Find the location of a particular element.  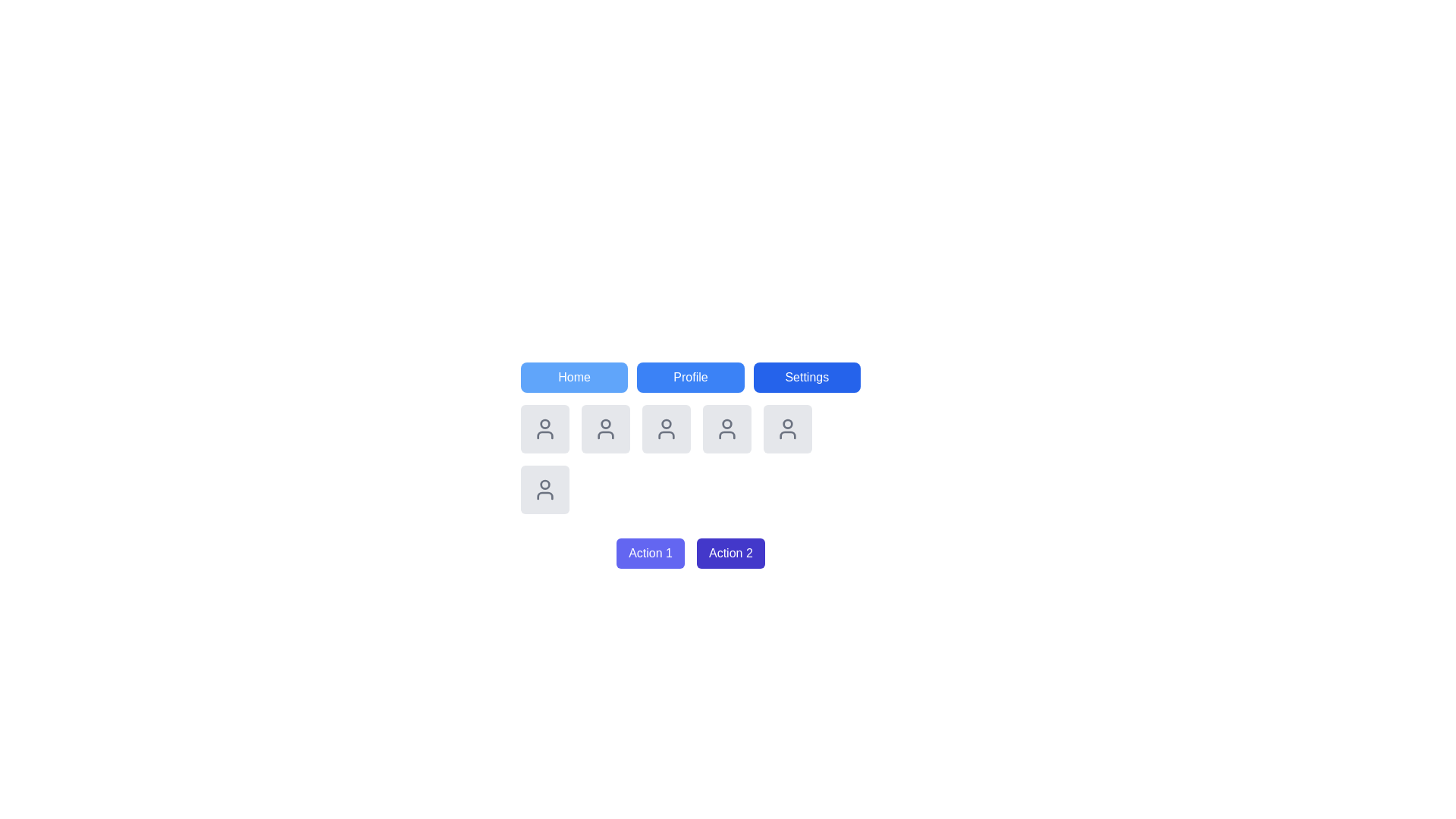

the user profile icon, which is represented by a small circular shape within the SVG graphic, located as the third icon in a horizontal set under the navigation bar is located at coordinates (604, 424).